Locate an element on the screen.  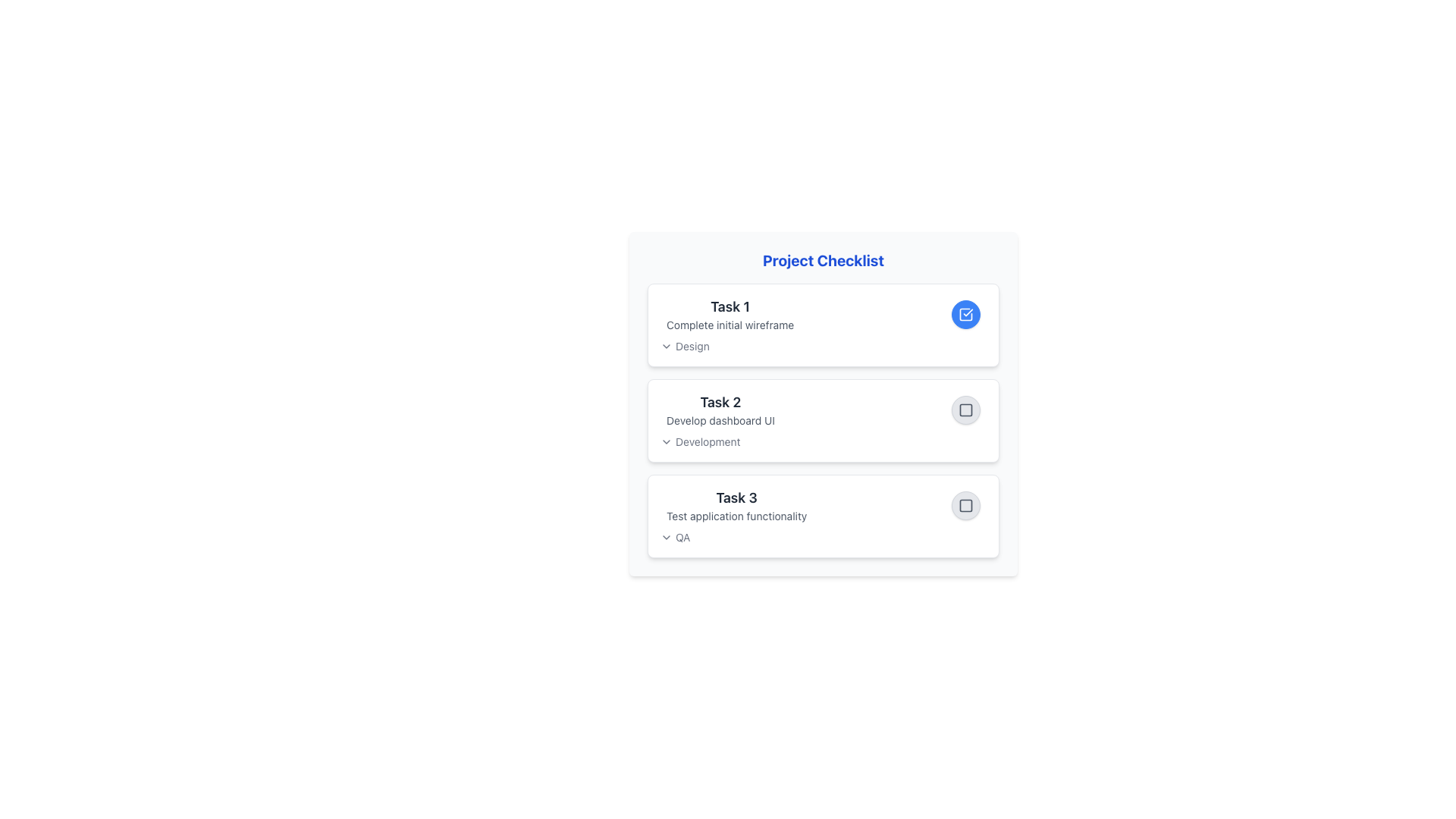
the square-shaped icon located to the right of the text content in the second task item of the vertically aligned list is located at coordinates (965, 409).